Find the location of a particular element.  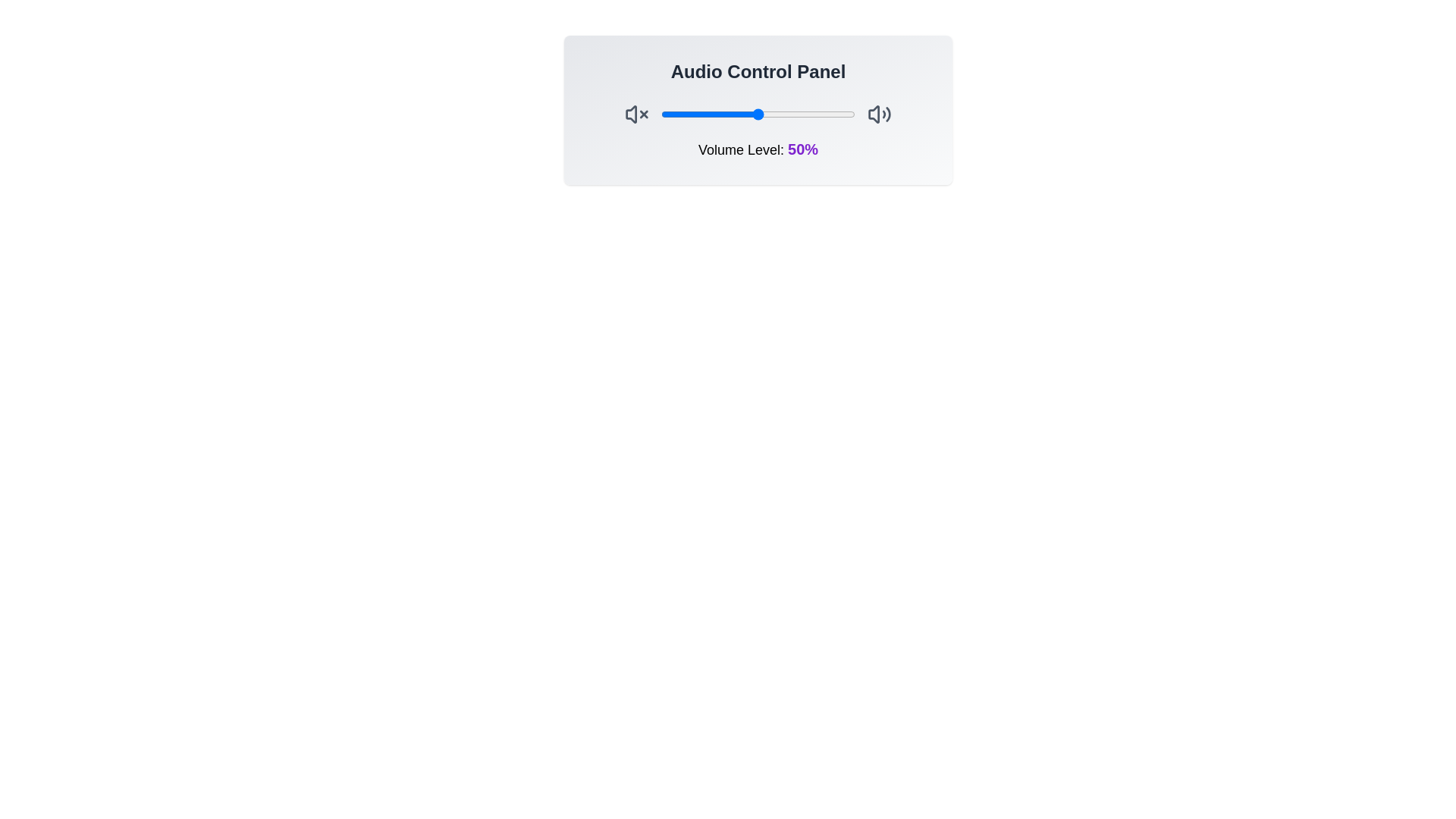

text label 'Volume Level:' which is displayed in a bold font style within the audio control interface, located directly below the audio slider and to the left of the percentage value '50% is located at coordinates (742, 149).